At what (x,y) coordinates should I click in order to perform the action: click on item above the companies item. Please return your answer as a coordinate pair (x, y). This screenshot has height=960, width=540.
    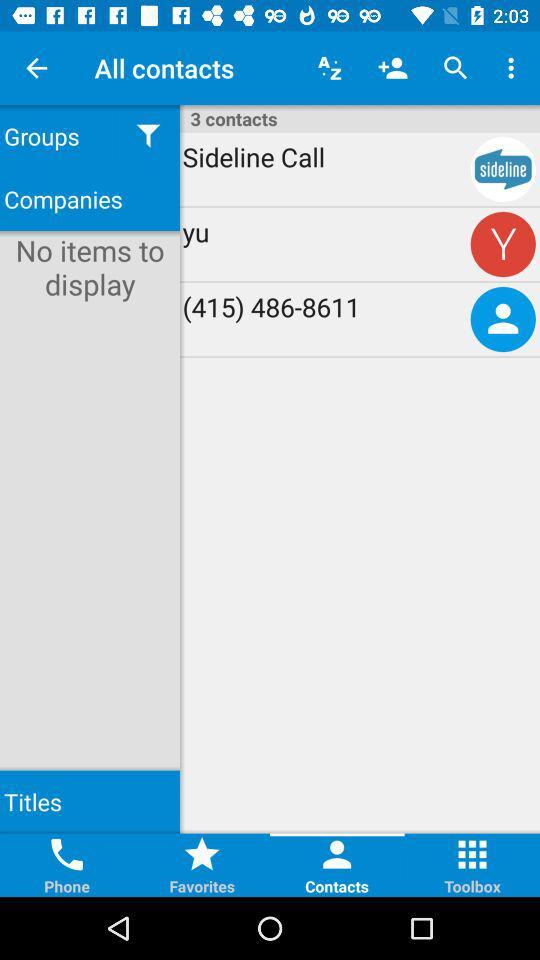
    Looking at the image, I should click on (58, 135).